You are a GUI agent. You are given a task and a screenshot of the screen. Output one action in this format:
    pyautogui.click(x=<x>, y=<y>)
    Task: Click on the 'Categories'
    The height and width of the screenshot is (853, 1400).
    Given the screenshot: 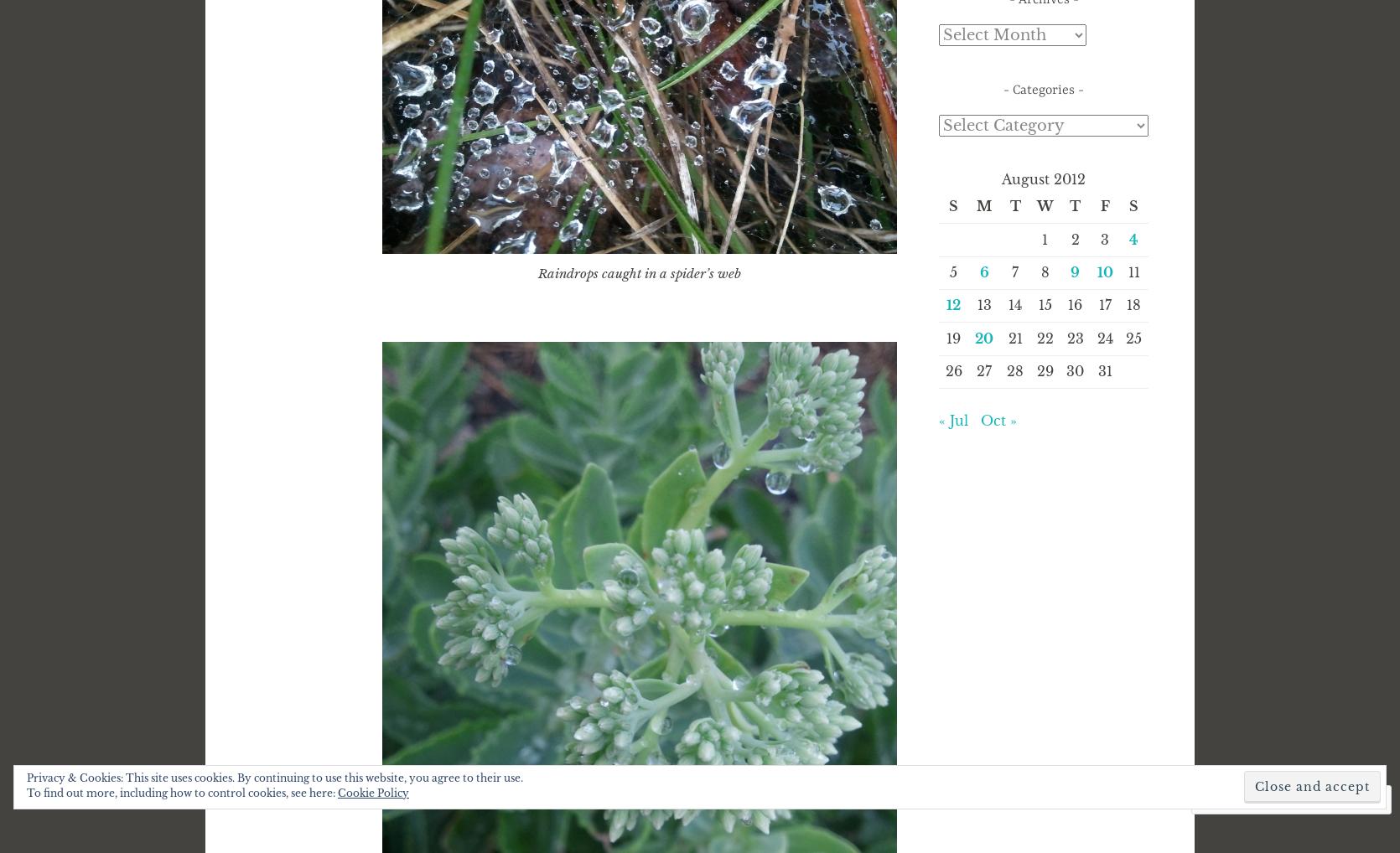 What is the action you would take?
    pyautogui.click(x=1043, y=90)
    